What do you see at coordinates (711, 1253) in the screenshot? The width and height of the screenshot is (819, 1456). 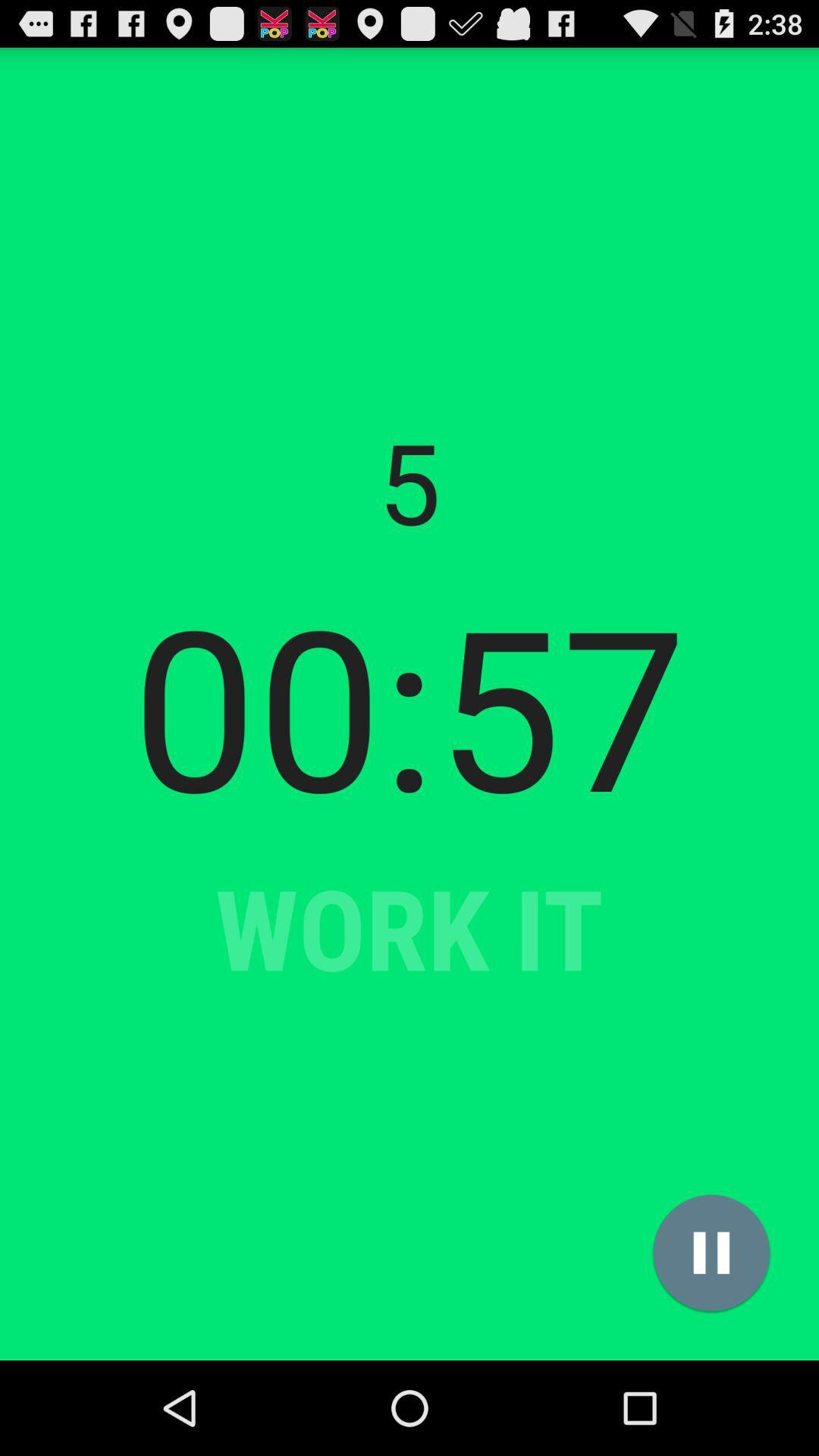 I see `icon below the 00:57 item` at bounding box center [711, 1253].